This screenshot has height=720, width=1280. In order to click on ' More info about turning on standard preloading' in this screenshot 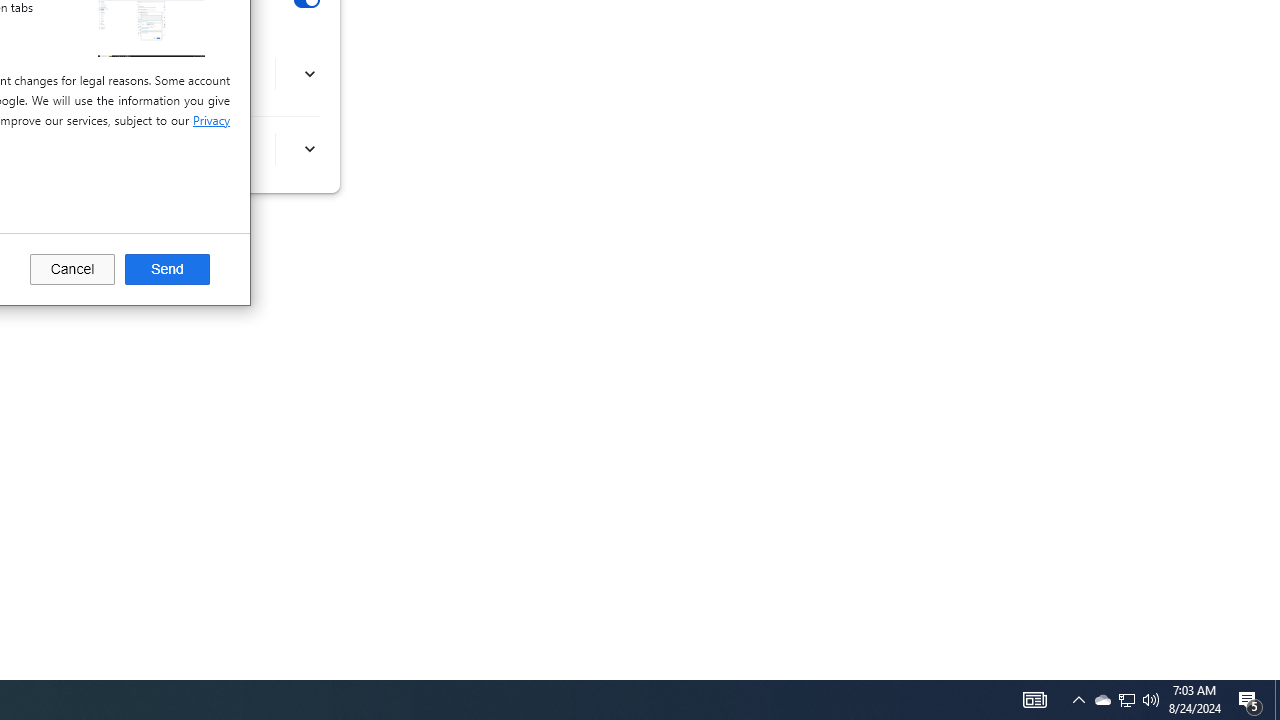, I will do `click(308, 148)`.